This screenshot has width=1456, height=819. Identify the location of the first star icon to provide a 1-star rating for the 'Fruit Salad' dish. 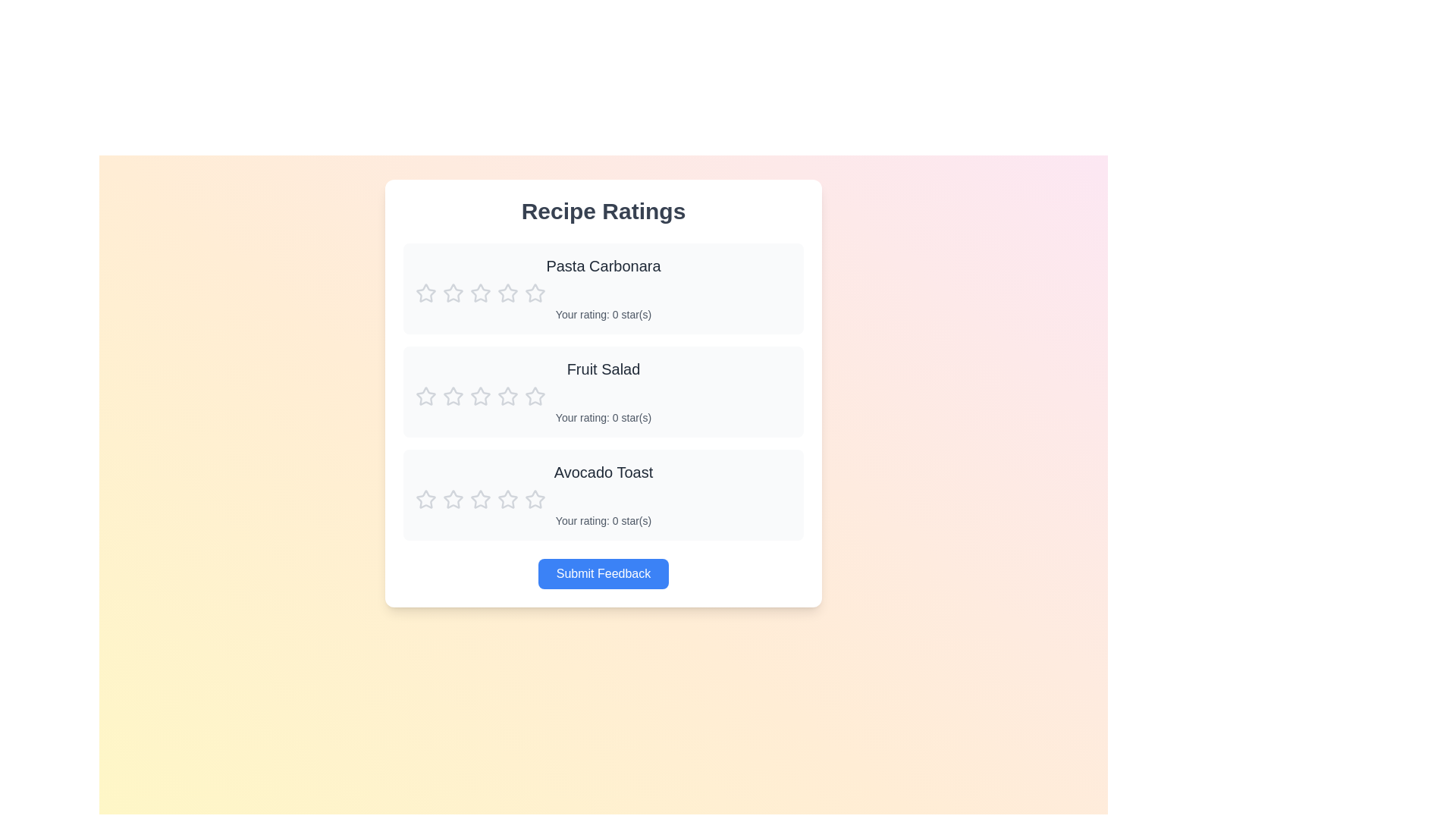
(425, 395).